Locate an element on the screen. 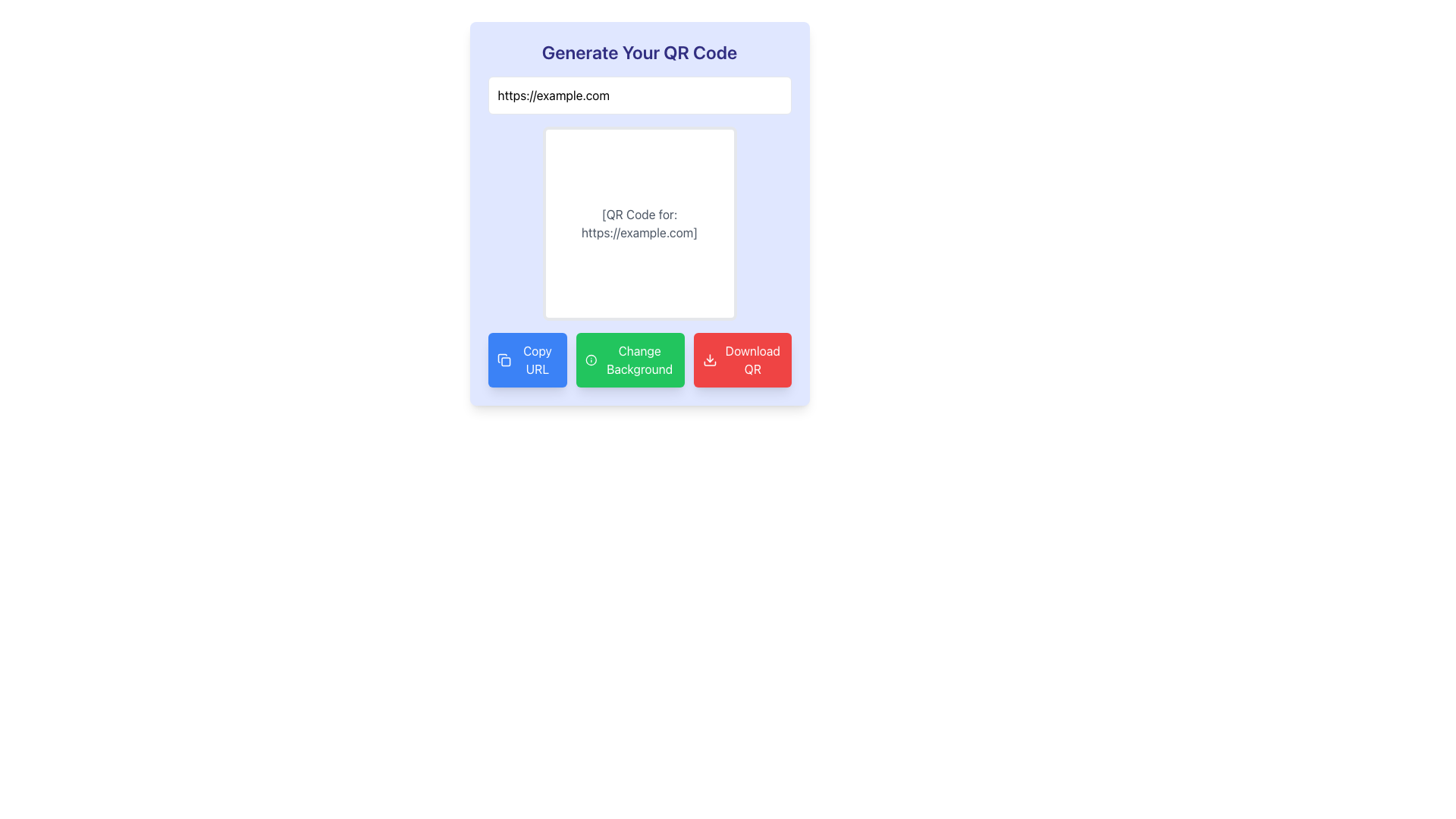 This screenshot has height=819, width=1456. the button that changes the background of the QR code, located between the 'Copy URL' button and the 'Download QR' button is located at coordinates (630, 359).